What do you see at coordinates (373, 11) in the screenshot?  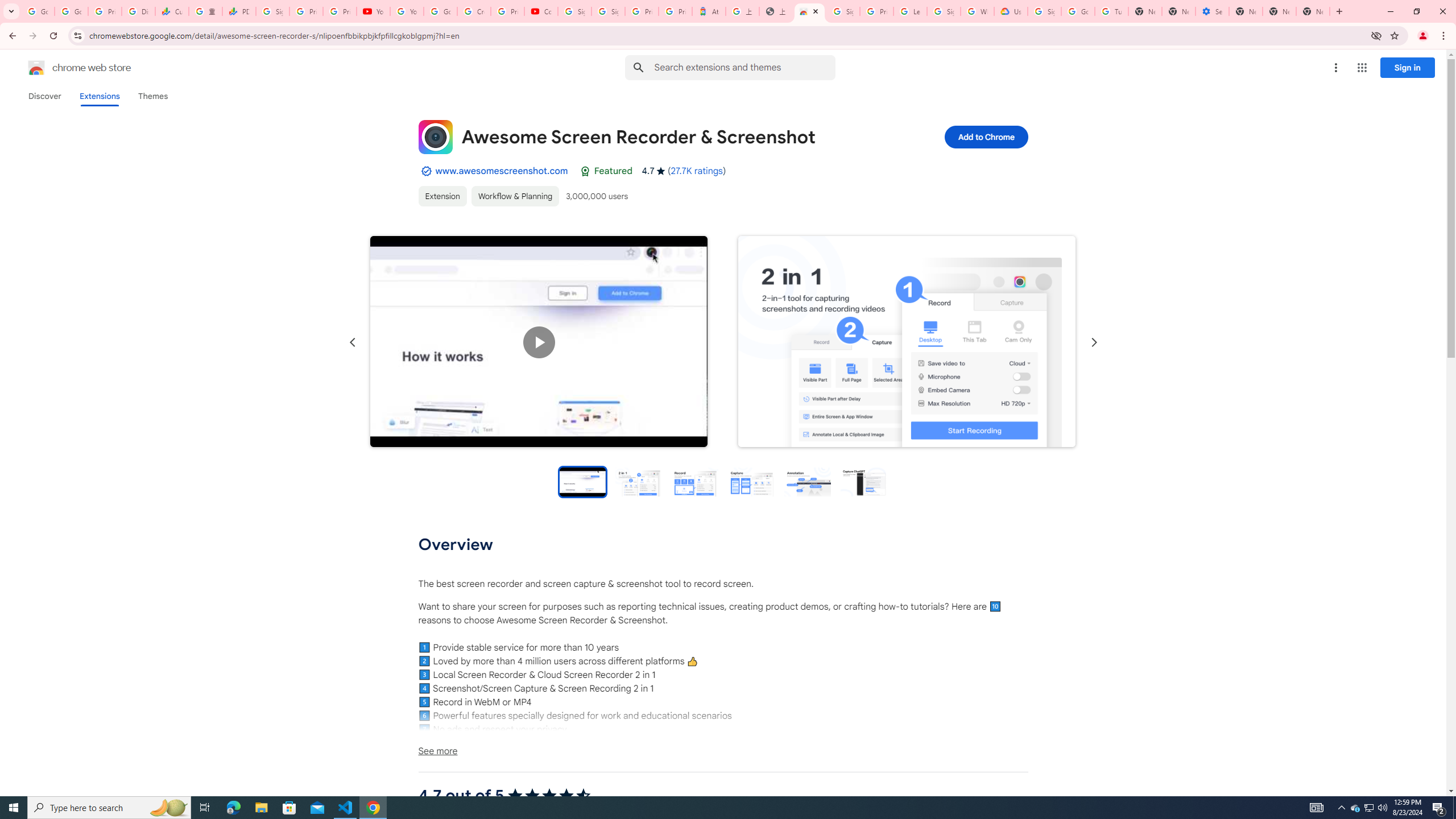 I see `'YouTube'` at bounding box center [373, 11].